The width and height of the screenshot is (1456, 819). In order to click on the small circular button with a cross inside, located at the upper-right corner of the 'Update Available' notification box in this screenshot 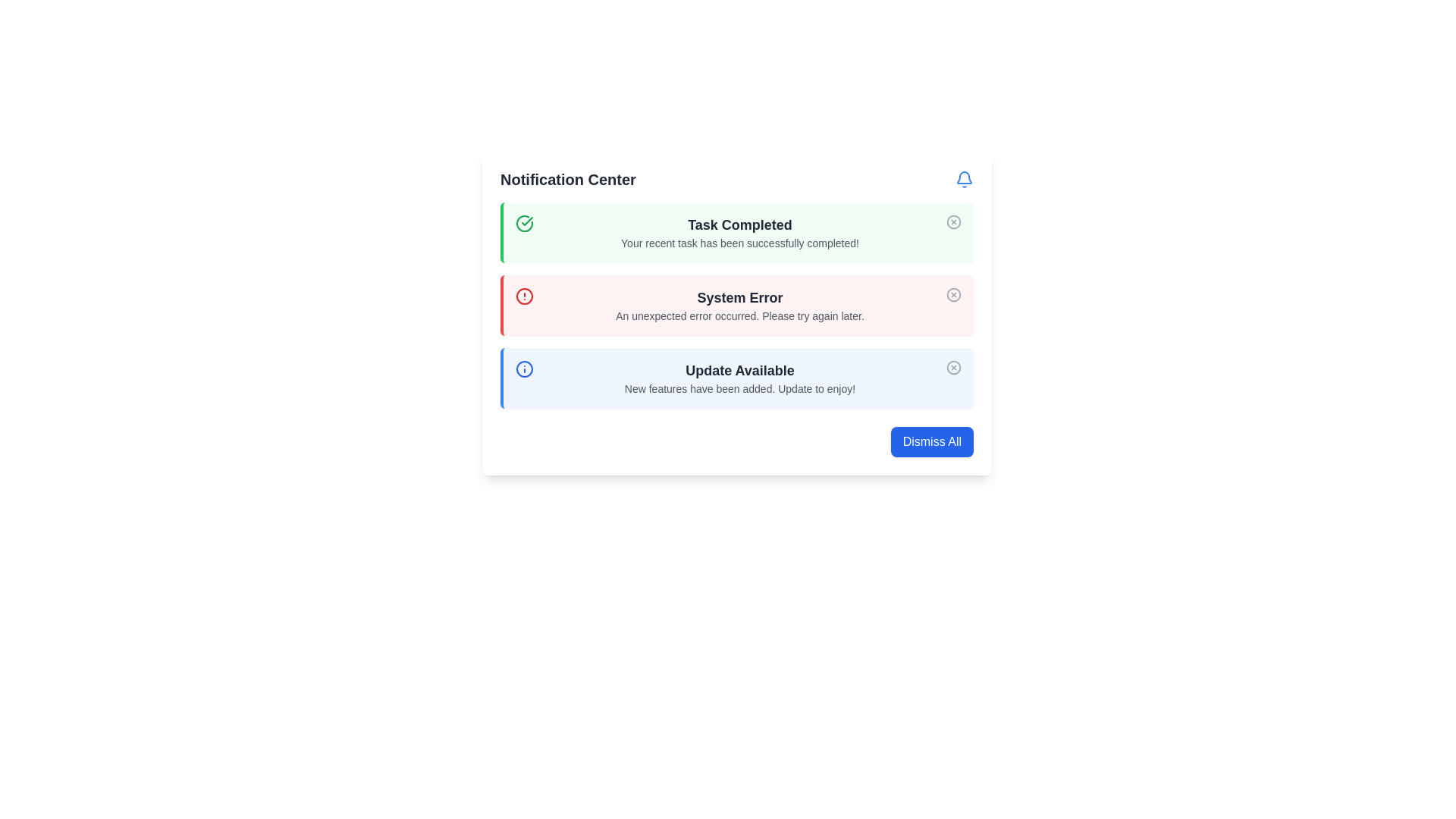, I will do `click(952, 368)`.